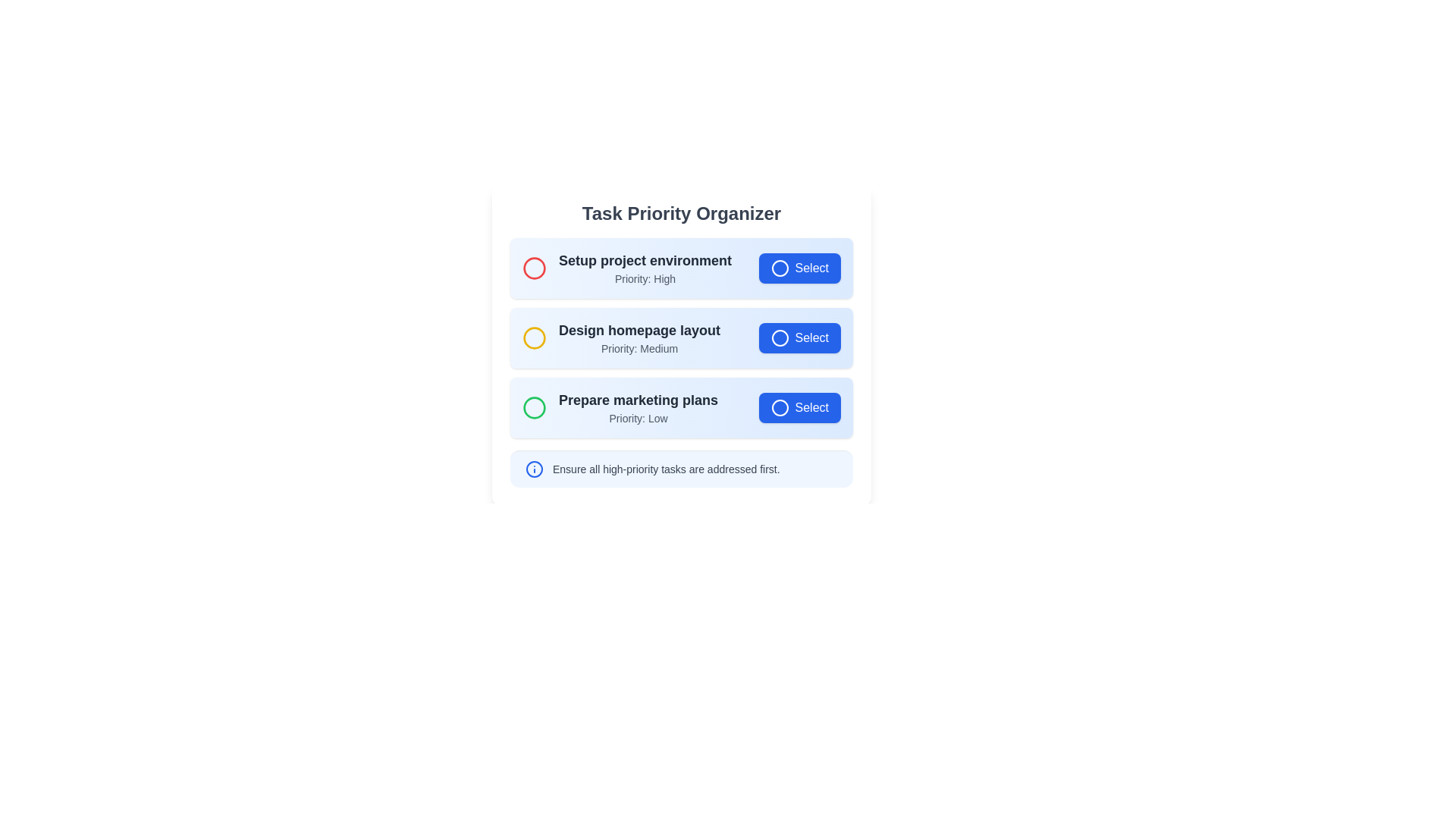  Describe the element at coordinates (639, 406) in the screenshot. I see `the textual label that displays 'Prepare marketing plans' with the priority 'Low', which is the third item in the 'Task Priority Organizer' interface` at that location.